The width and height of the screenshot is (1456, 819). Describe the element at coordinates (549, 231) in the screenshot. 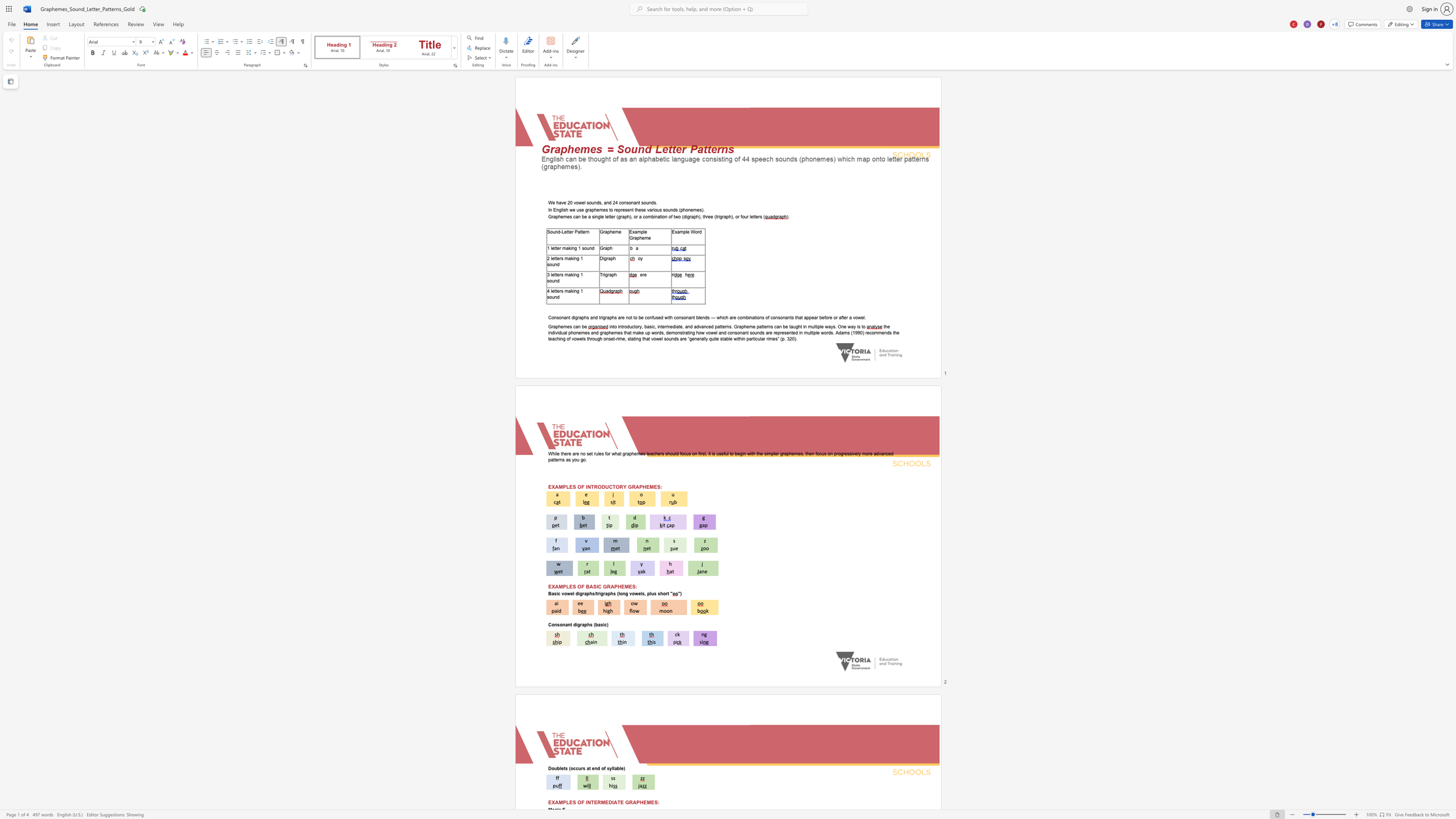

I see `the space between the continuous character "S" and "o" in the text` at that location.